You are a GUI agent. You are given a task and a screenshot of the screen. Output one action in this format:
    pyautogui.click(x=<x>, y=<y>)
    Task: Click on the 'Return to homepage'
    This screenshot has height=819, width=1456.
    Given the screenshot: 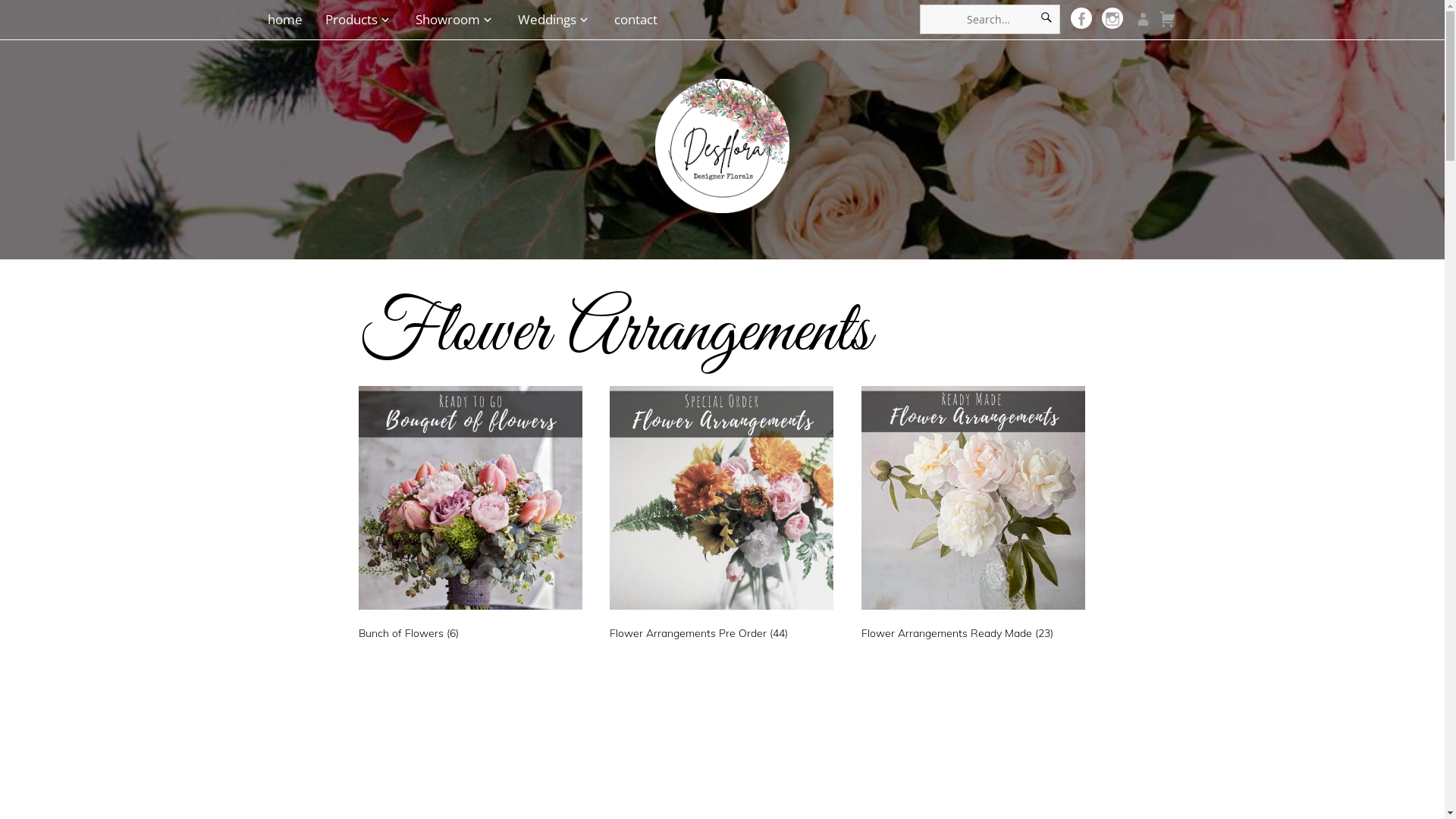 What is the action you would take?
    pyautogui.click(x=655, y=133)
    